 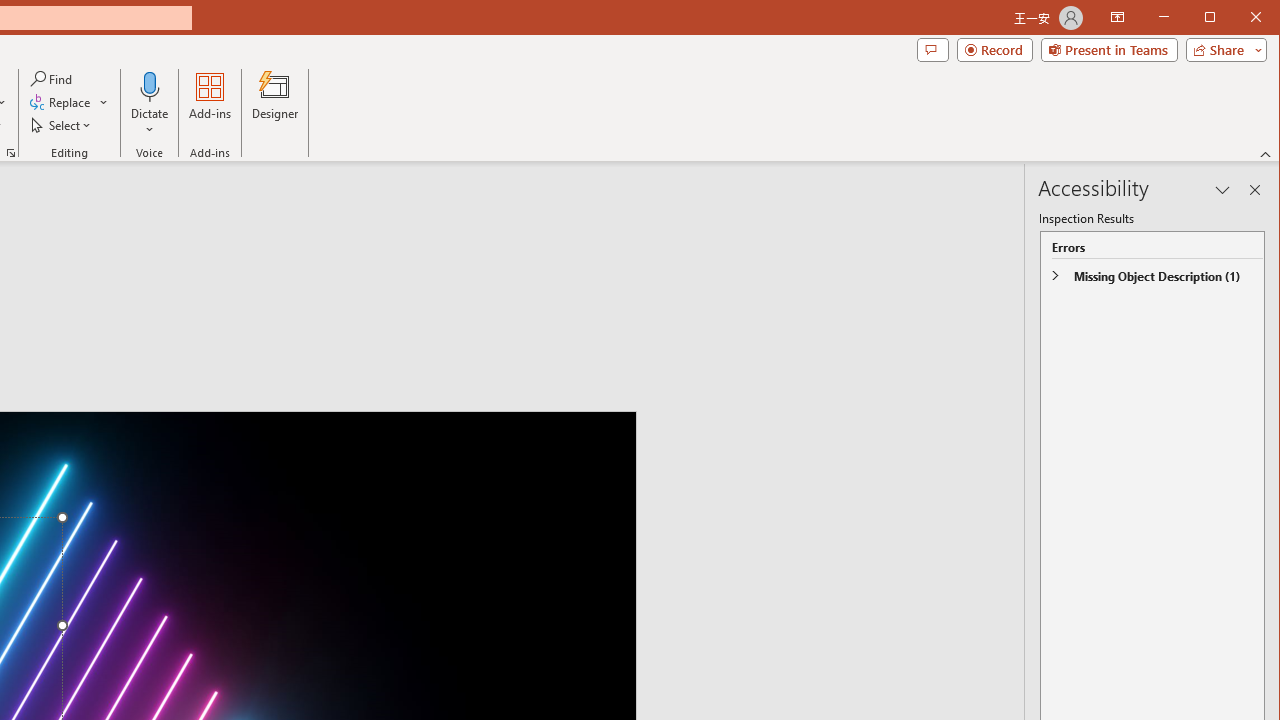 What do you see at coordinates (1238, 19) in the screenshot?
I see `'Maximize'` at bounding box center [1238, 19].